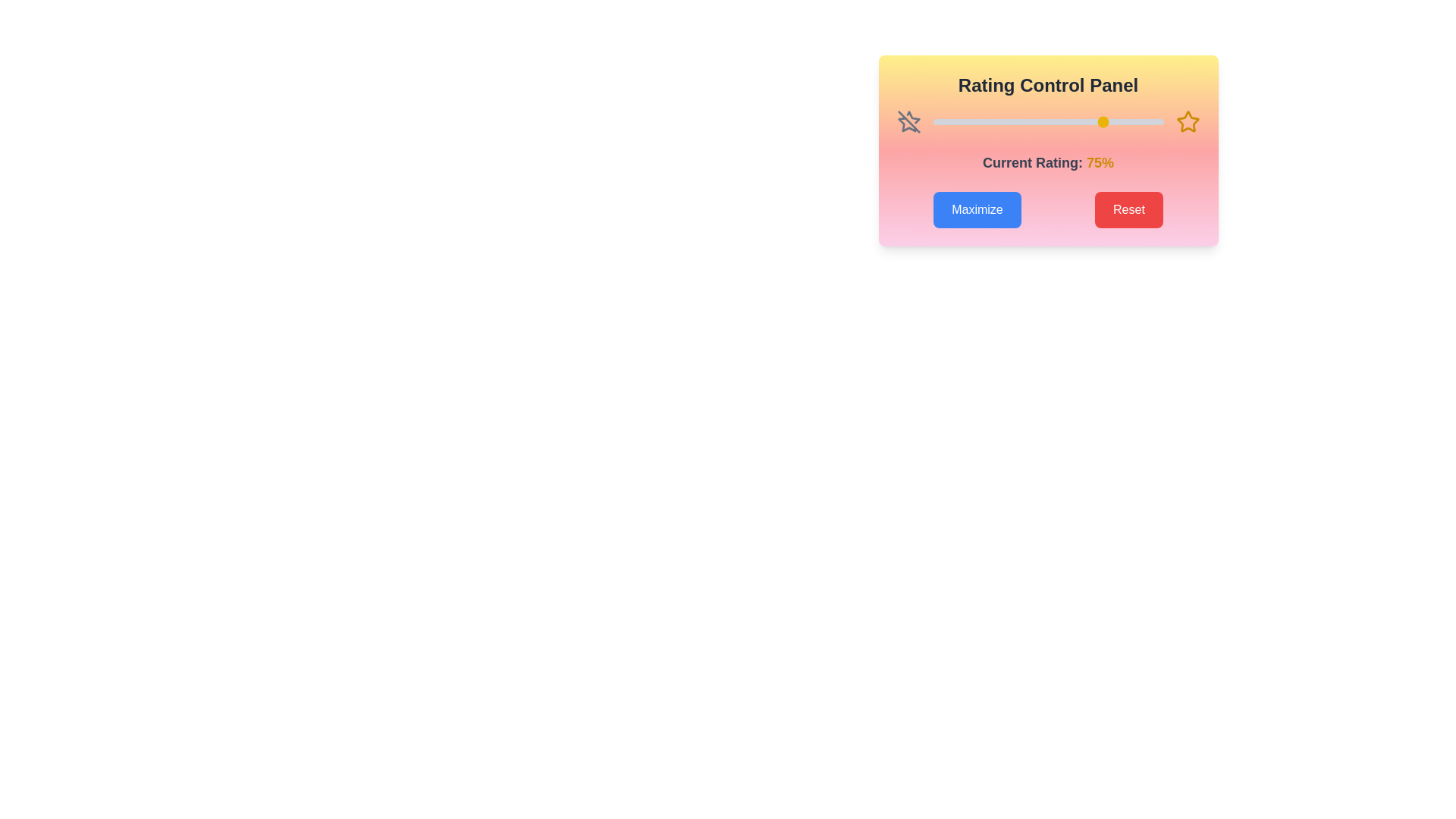  Describe the element at coordinates (977, 210) in the screenshot. I see `'Maximize' button to set the rating to 100%` at that location.